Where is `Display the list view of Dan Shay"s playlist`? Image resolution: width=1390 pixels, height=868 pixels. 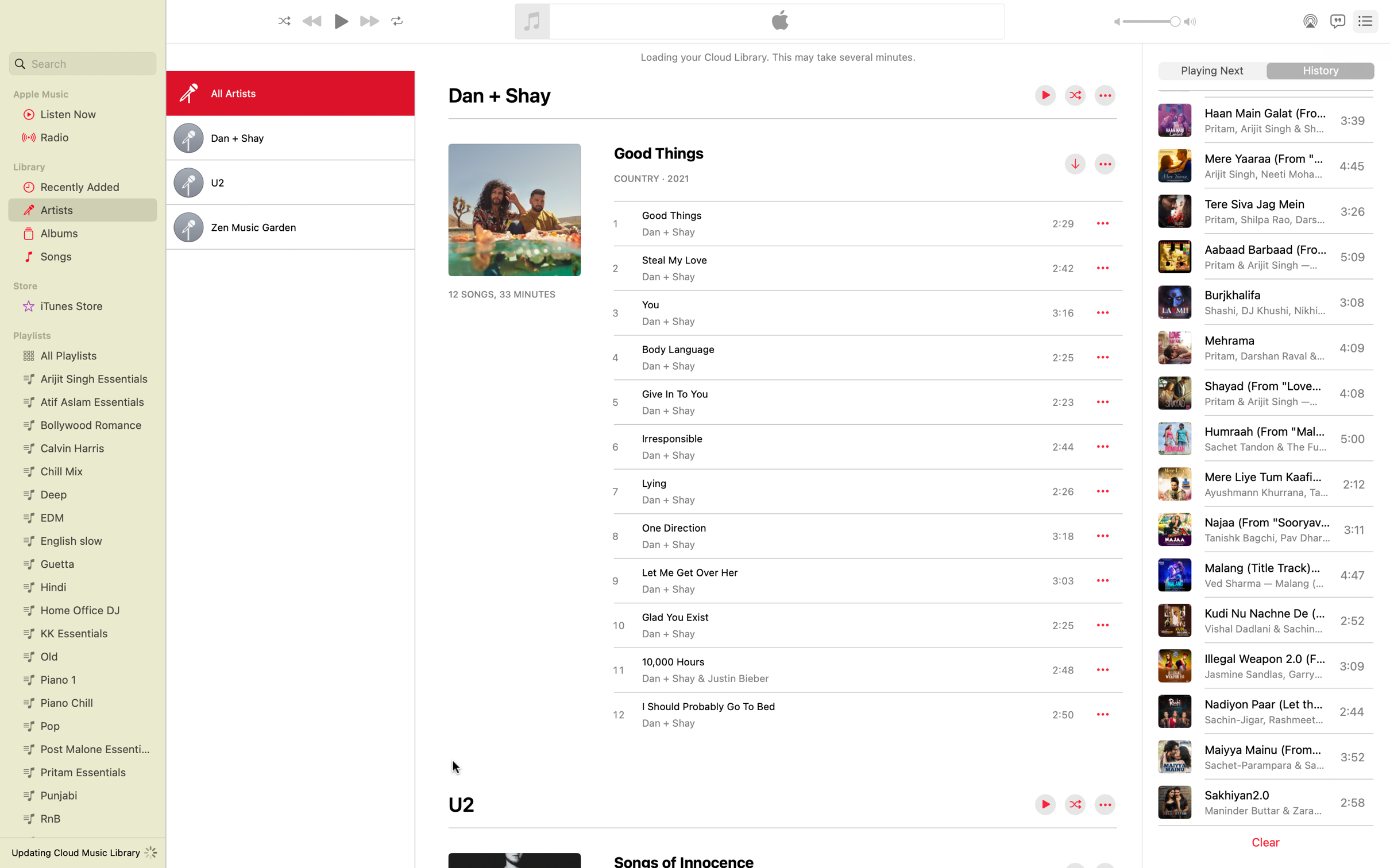 Display the list view of Dan Shay"s playlist is located at coordinates (289, 138).